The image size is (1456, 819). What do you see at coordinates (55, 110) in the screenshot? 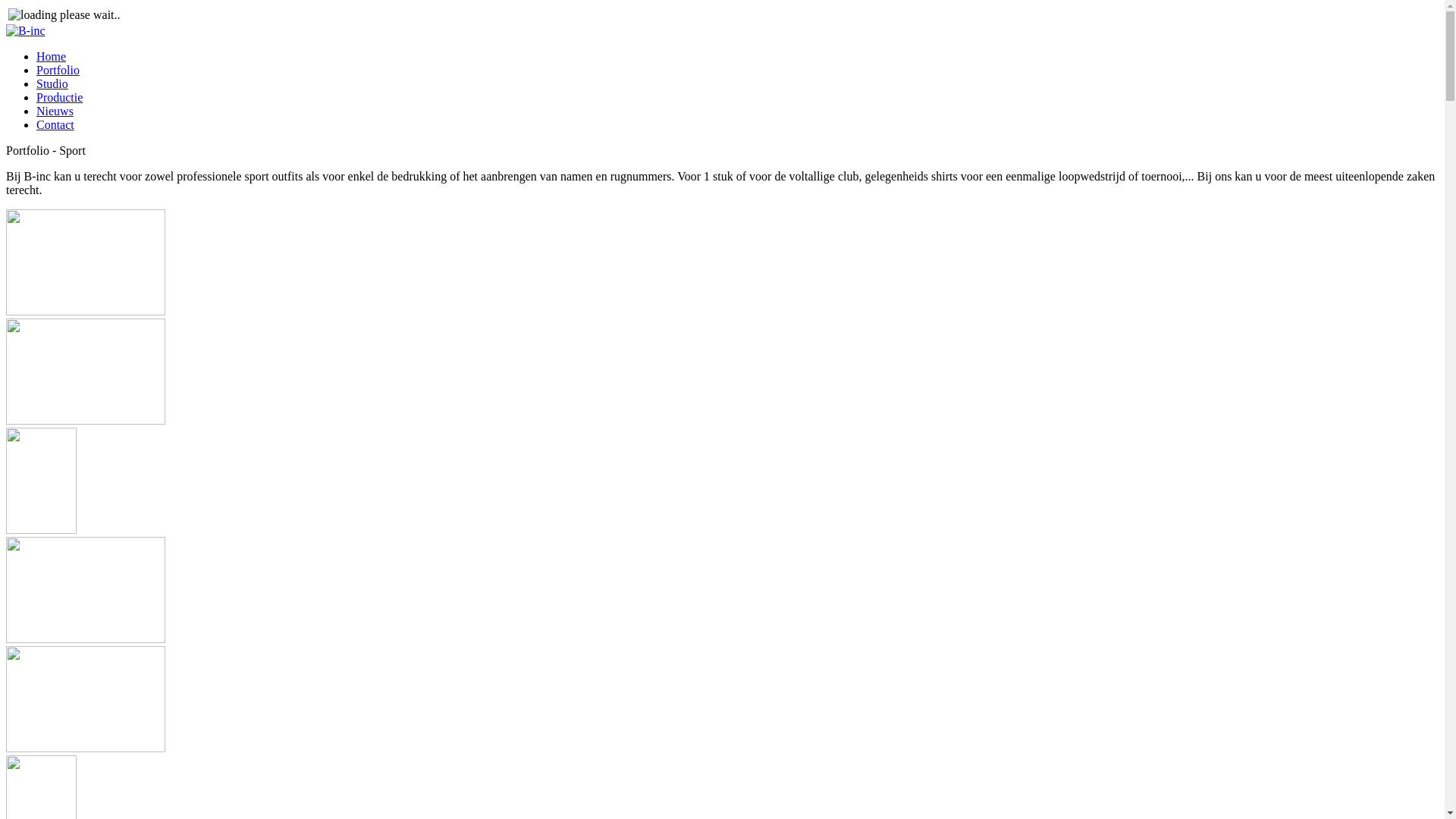
I see `'Nieuws'` at bounding box center [55, 110].